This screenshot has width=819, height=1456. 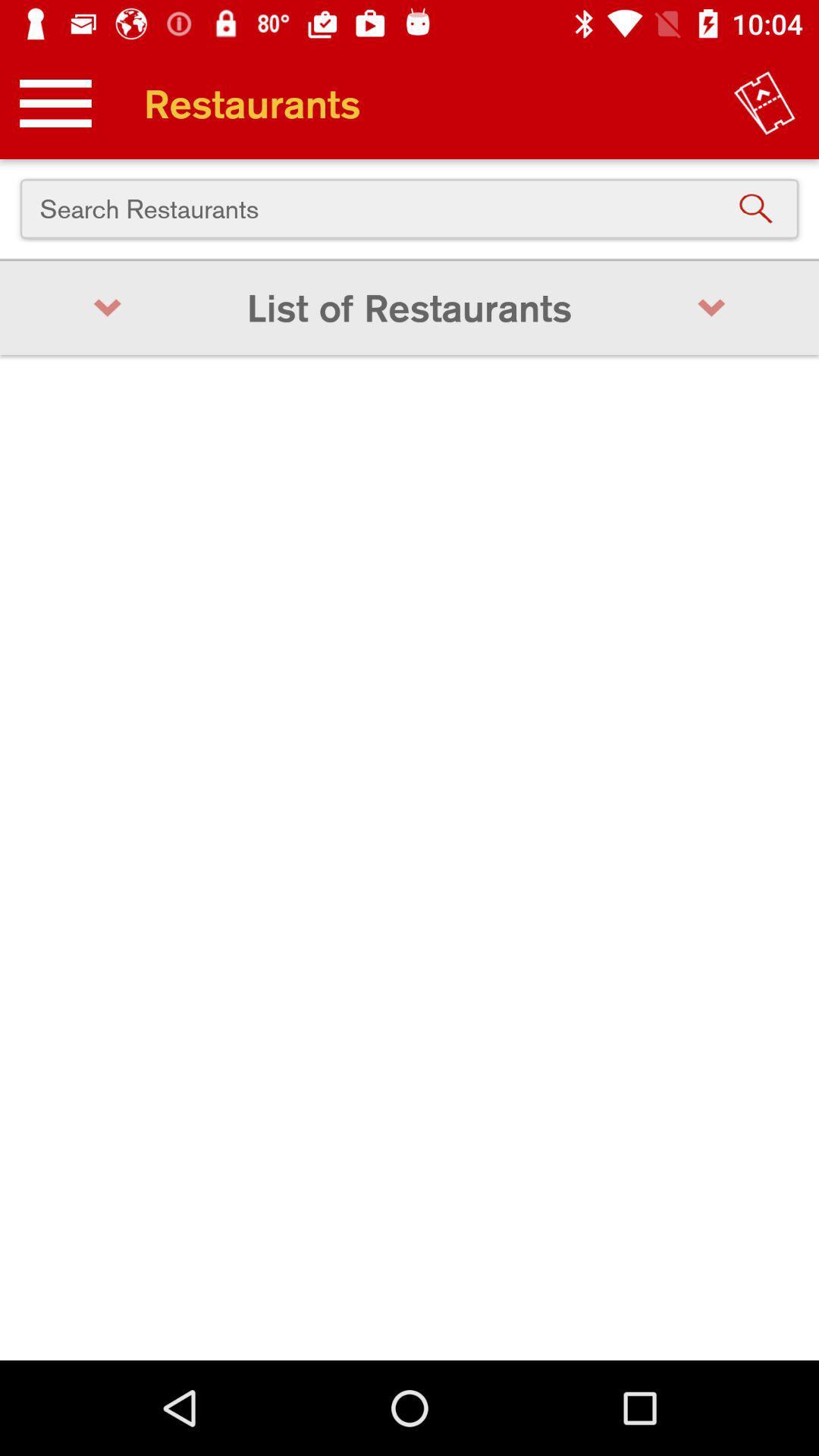 What do you see at coordinates (764, 102) in the screenshot?
I see `app next to the restaurants item` at bounding box center [764, 102].